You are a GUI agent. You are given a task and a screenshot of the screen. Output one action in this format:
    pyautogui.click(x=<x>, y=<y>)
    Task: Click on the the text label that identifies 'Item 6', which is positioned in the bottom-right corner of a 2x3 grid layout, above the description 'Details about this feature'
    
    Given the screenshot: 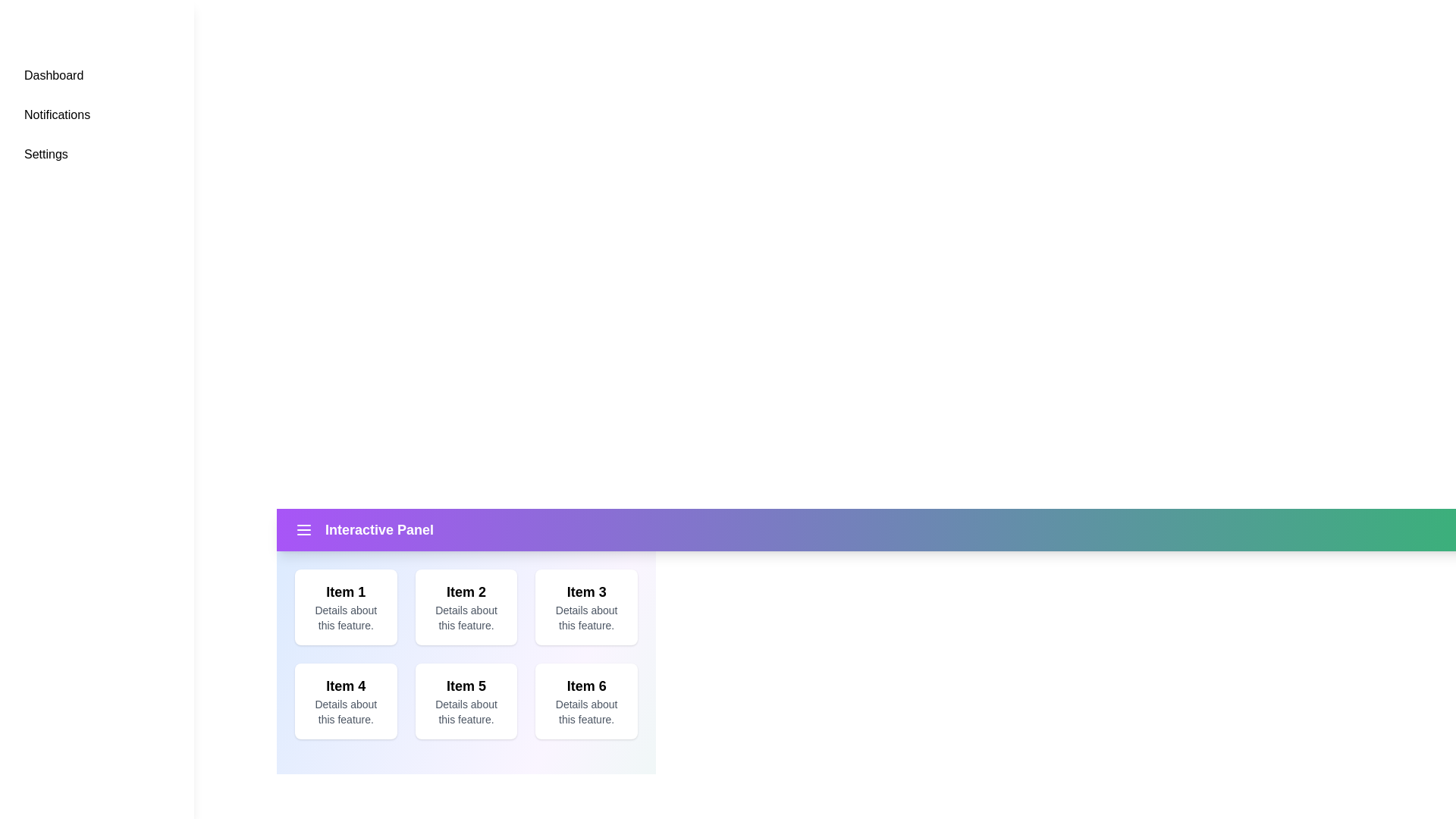 What is the action you would take?
    pyautogui.click(x=585, y=686)
    